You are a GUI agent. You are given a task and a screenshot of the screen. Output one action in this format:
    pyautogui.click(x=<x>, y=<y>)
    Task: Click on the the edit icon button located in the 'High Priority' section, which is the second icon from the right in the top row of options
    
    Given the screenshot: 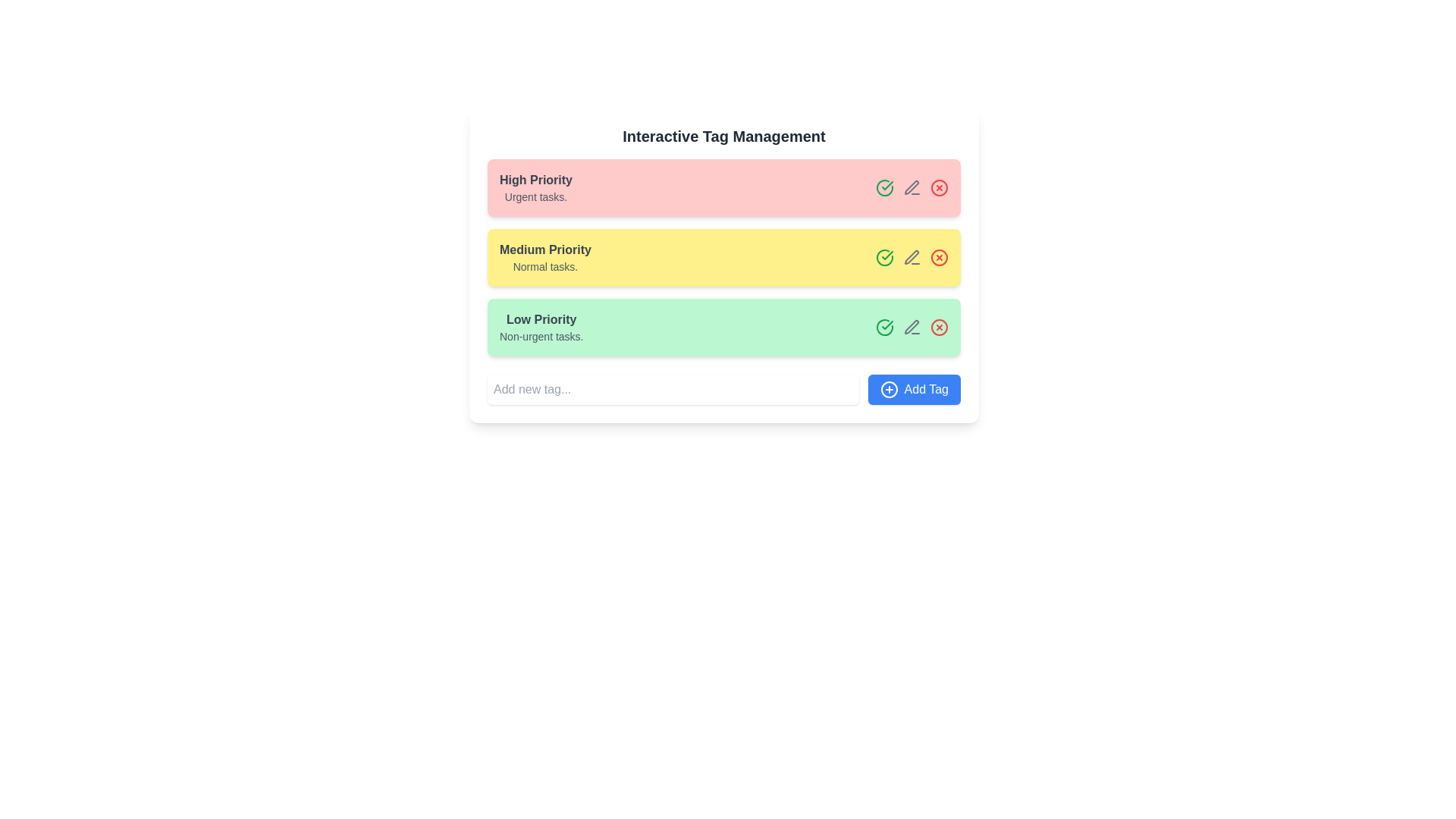 What is the action you would take?
    pyautogui.click(x=912, y=187)
    